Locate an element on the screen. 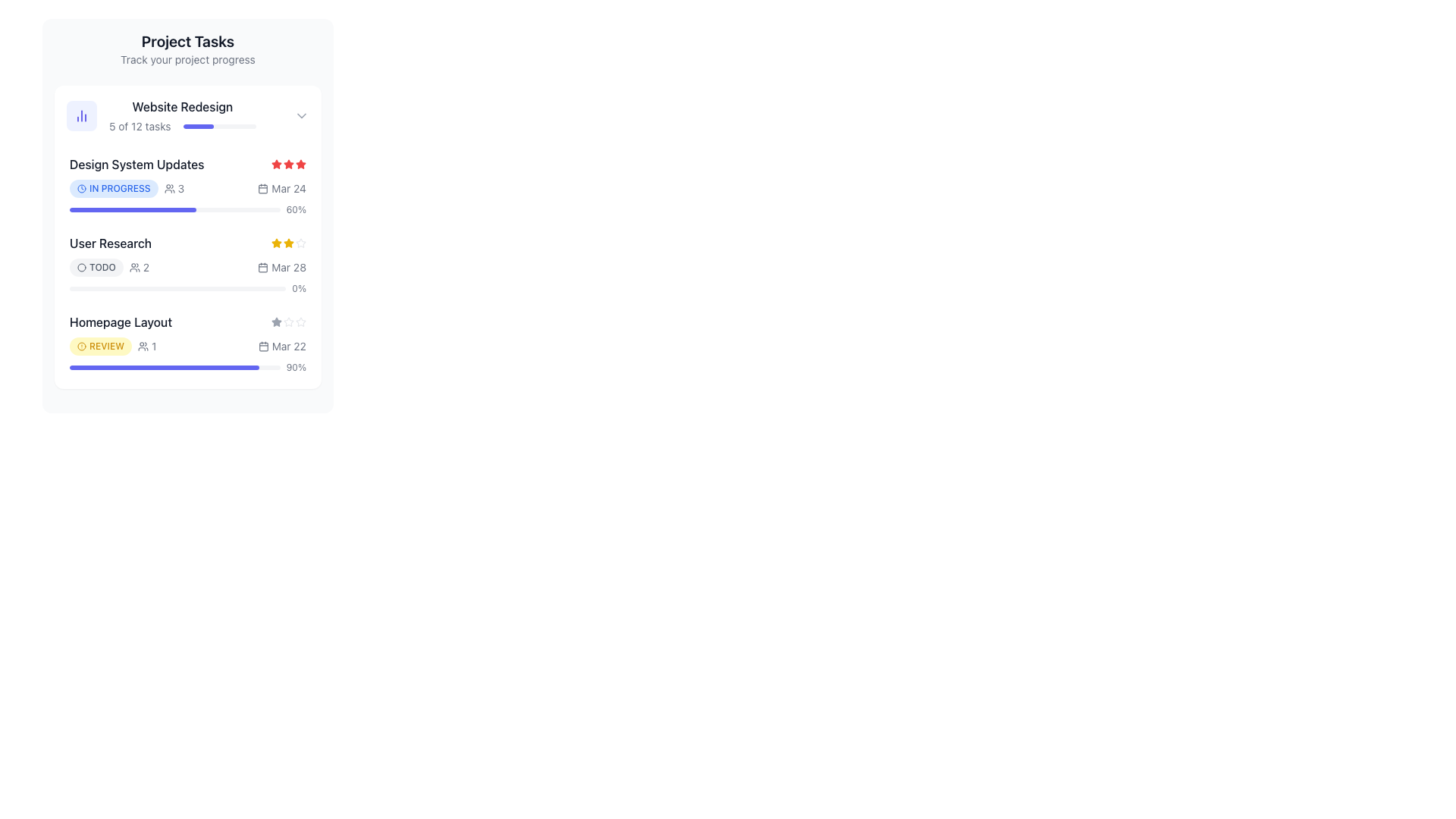 The height and width of the screenshot is (819, 1456). to select the 'Homepage Layout' task information card, which is the fourth card in the 'Project Tasks' section, displaying a title, review status, and a progress bar indicating 90% completion is located at coordinates (187, 343).